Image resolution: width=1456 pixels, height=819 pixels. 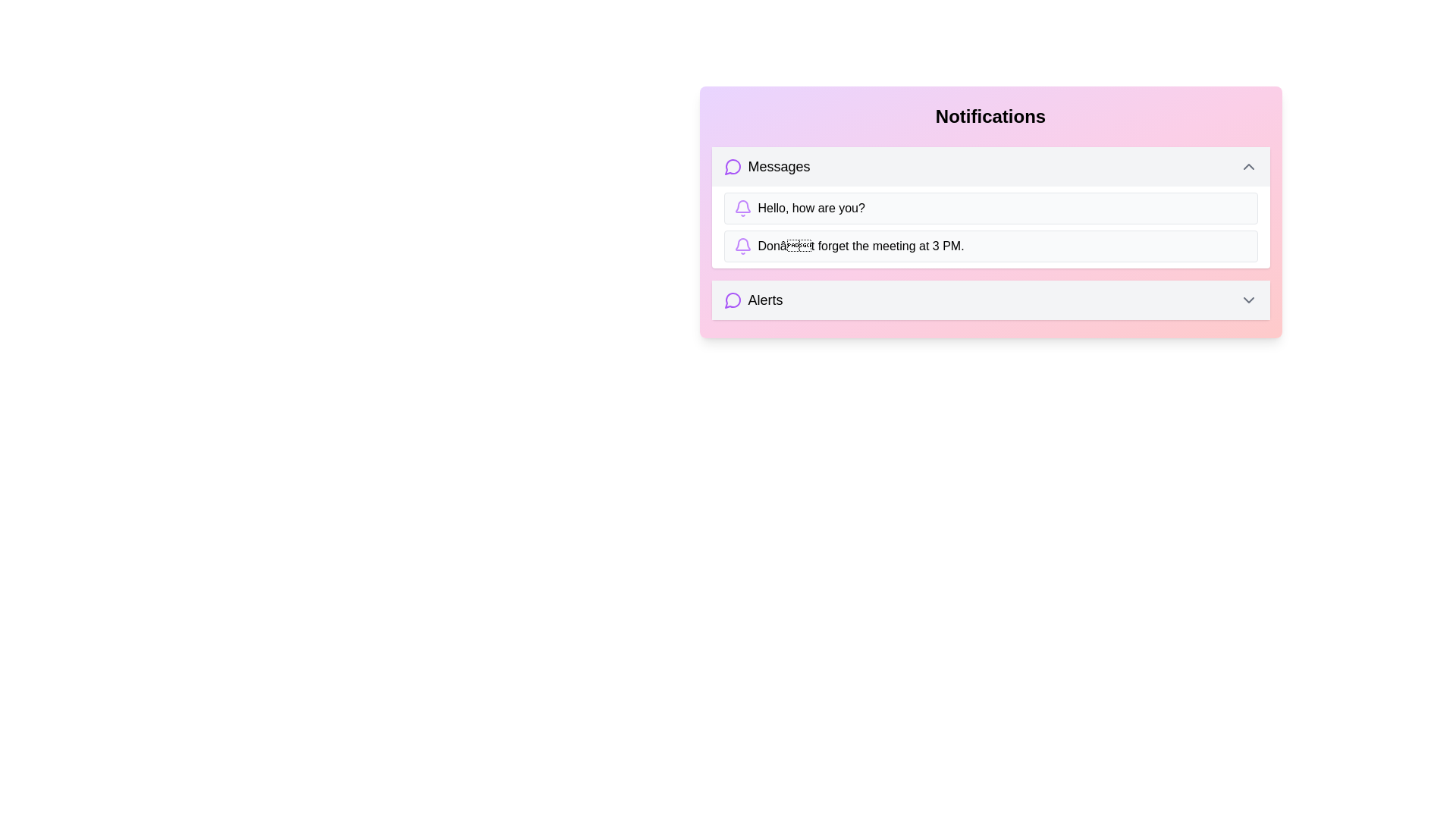 I want to click on the notification titled 'Don’t forget the meeting at 3 PM.', so click(x=990, y=245).